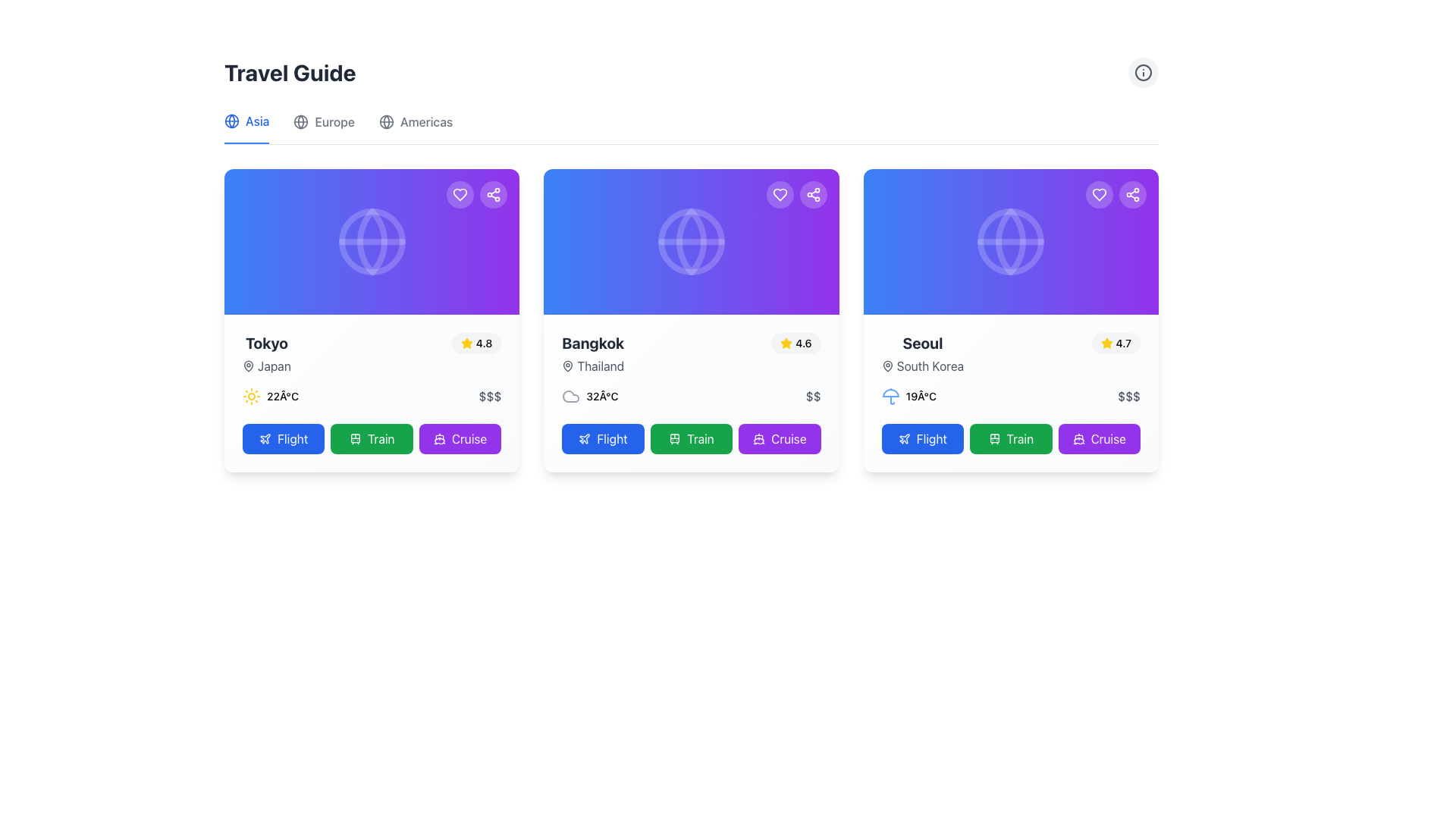 This screenshot has width=1456, height=819. What do you see at coordinates (795, 343) in the screenshot?
I see `the rating value displayed in the small rounded rectangular badge with a light gray background, featuring a yellow star icon and the numeric value '4.6' in black text, located at the top-right of the travel tile for 'Bangkok'` at bounding box center [795, 343].